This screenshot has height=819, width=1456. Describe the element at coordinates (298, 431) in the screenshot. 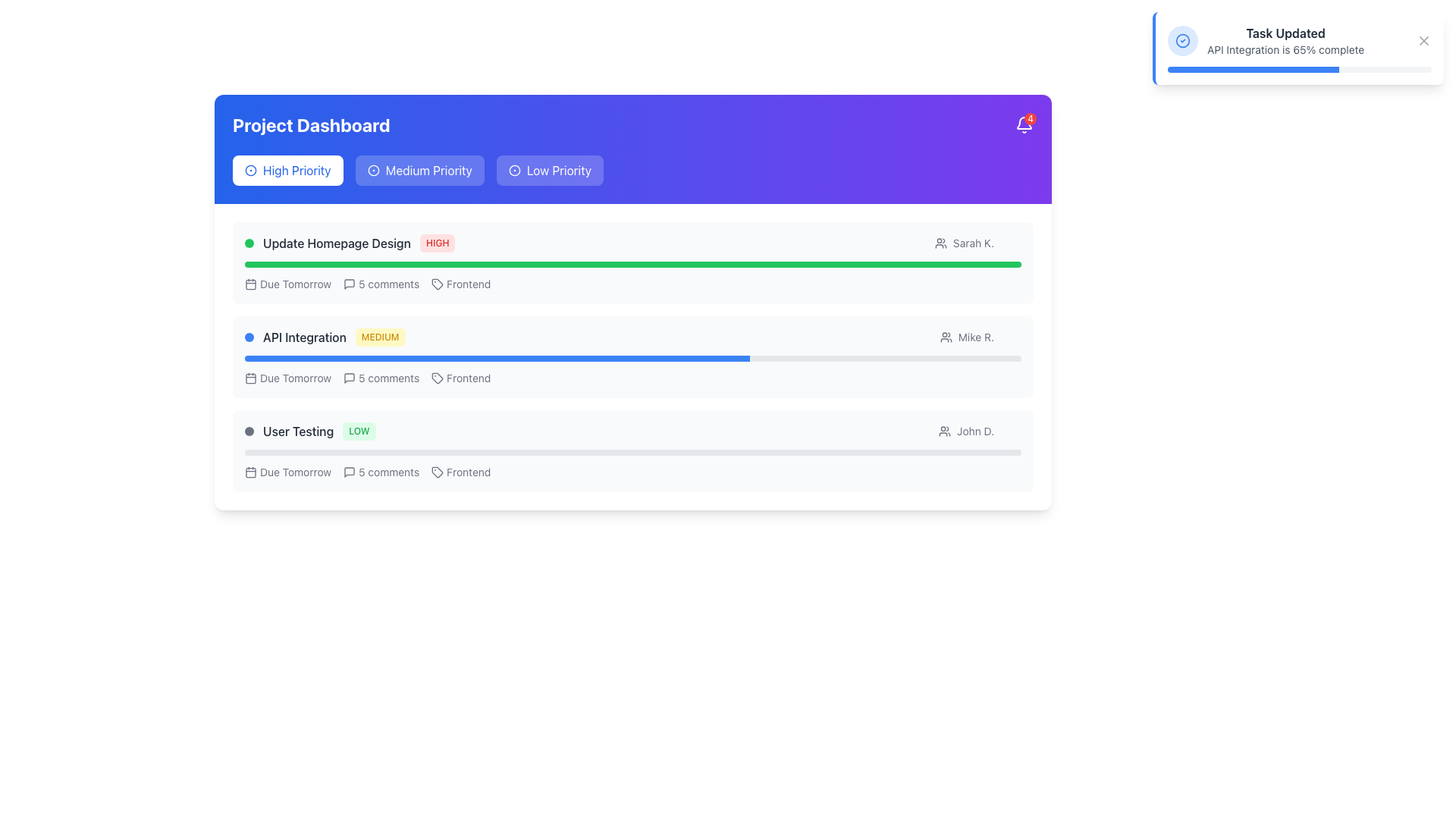

I see `the static text label 'User Testing' which is part of the list item in the third task row, located between a gray status indicator and a green 'LOW' badge` at that location.